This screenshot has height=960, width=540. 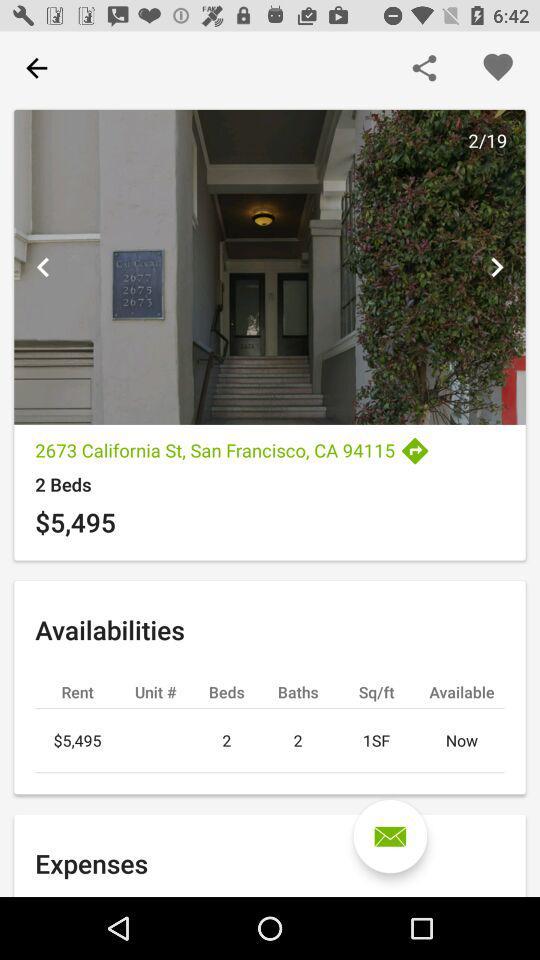 I want to click on go back, so click(x=43, y=266).